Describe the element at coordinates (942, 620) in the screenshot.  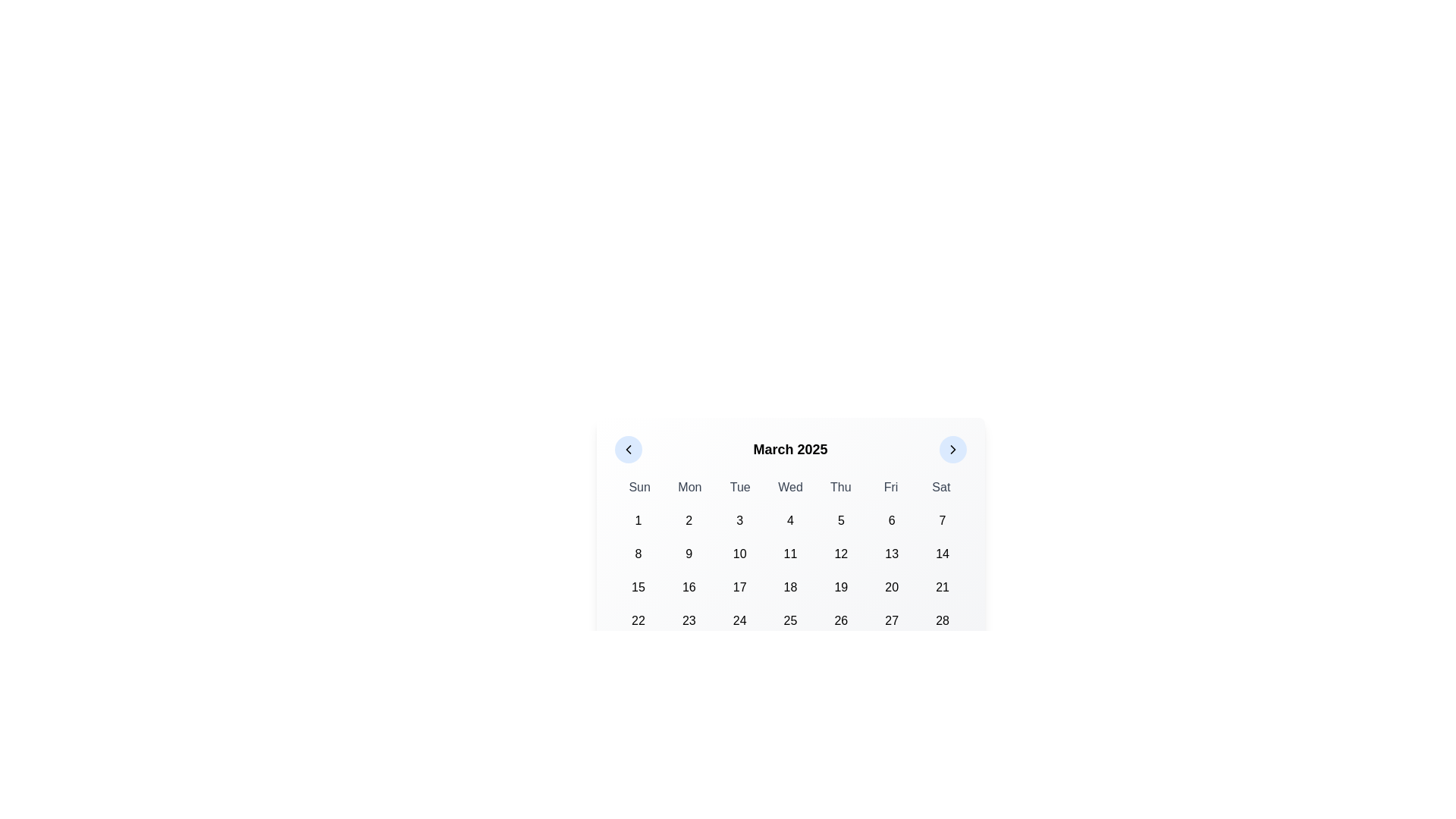
I see `the clickable calendar date cell displaying the number '28' in bold black font, located in the bottom-right corner of the calendar grid under the 'Fri' column` at that location.